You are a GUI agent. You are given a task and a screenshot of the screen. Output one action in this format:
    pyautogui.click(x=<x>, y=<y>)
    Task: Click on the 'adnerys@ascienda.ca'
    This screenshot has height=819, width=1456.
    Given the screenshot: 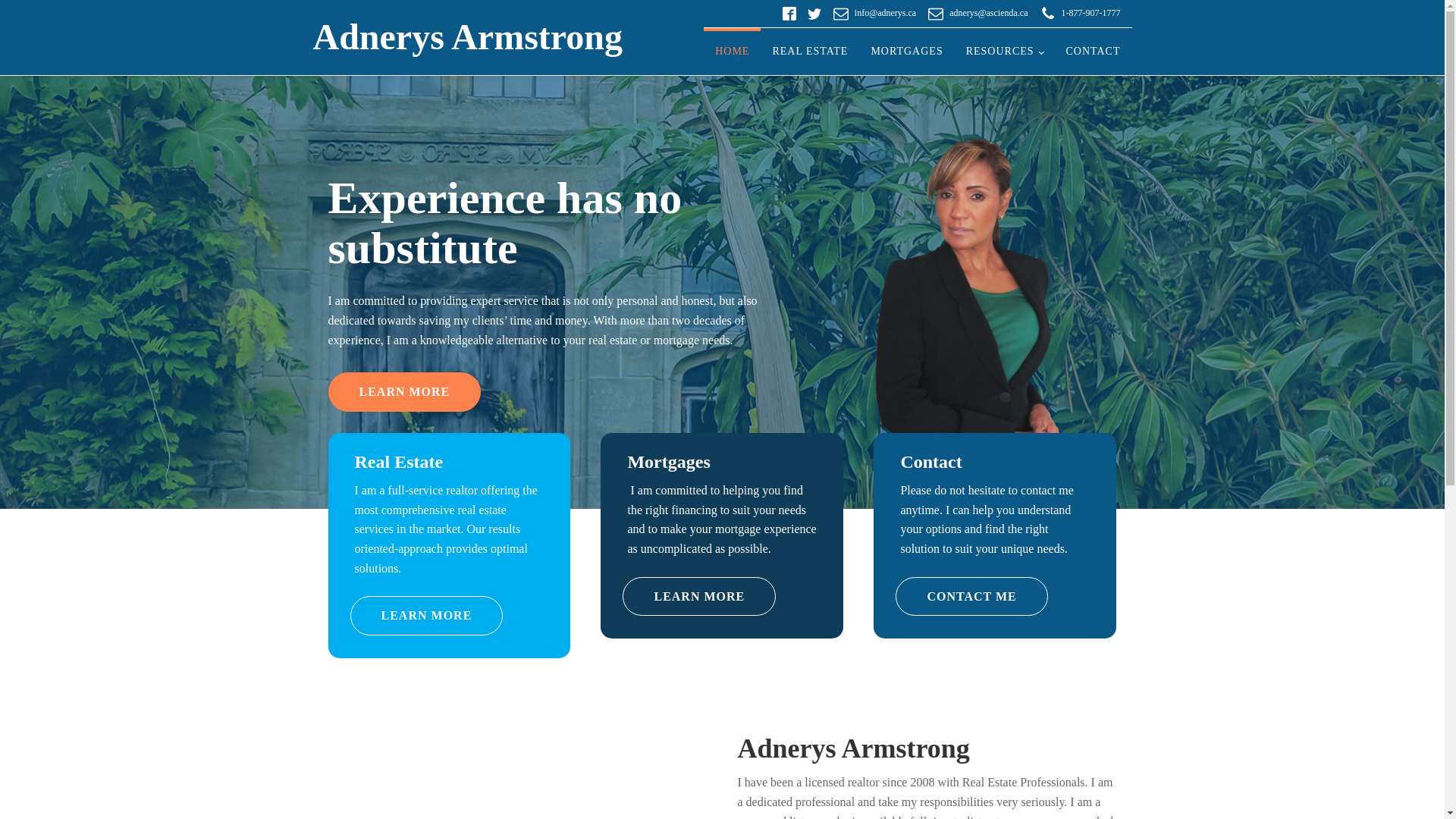 What is the action you would take?
    pyautogui.click(x=988, y=13)
    